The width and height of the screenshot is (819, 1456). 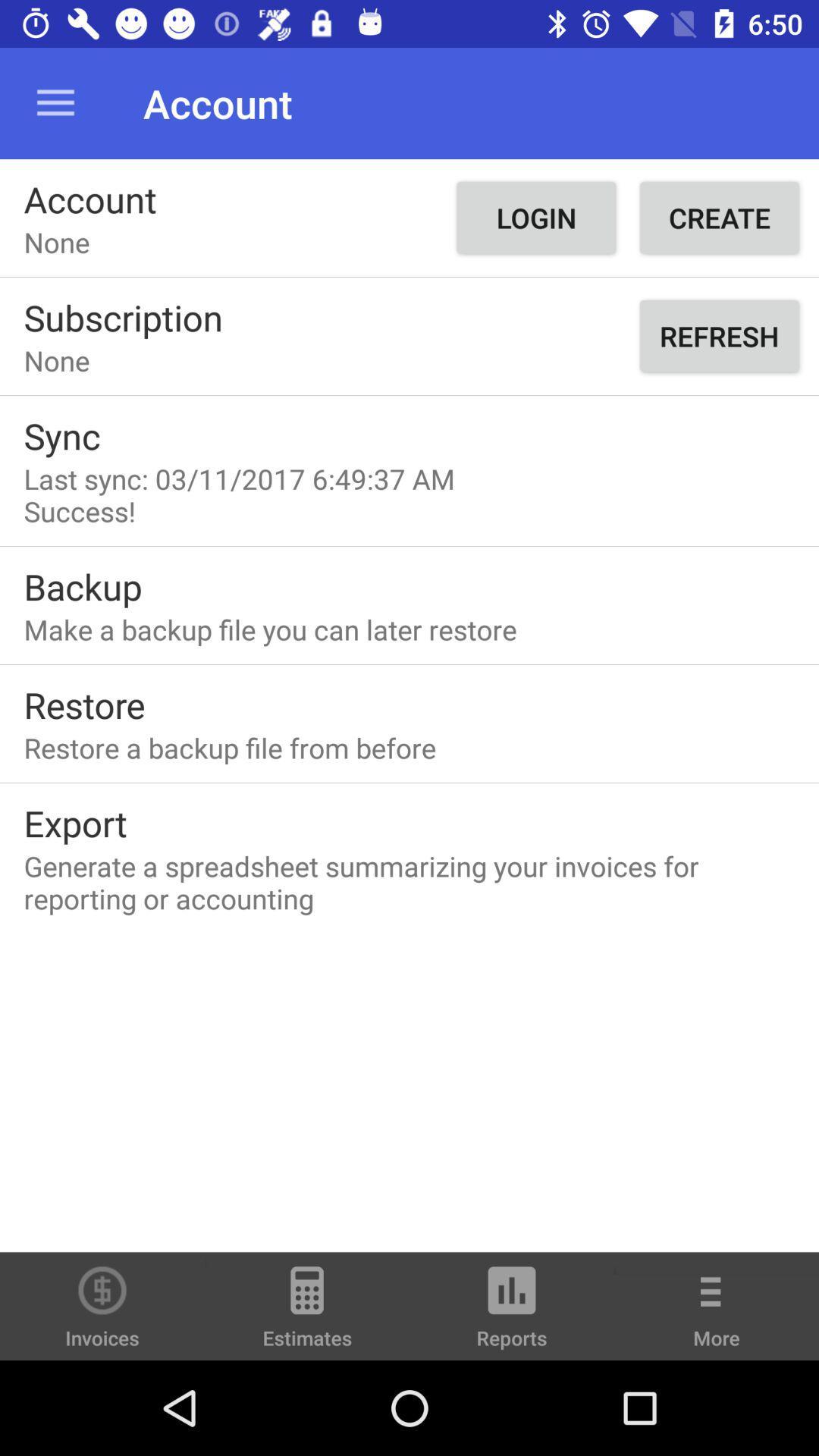 I want to click on the button along with the text reports, so click(x=512, y=1313).